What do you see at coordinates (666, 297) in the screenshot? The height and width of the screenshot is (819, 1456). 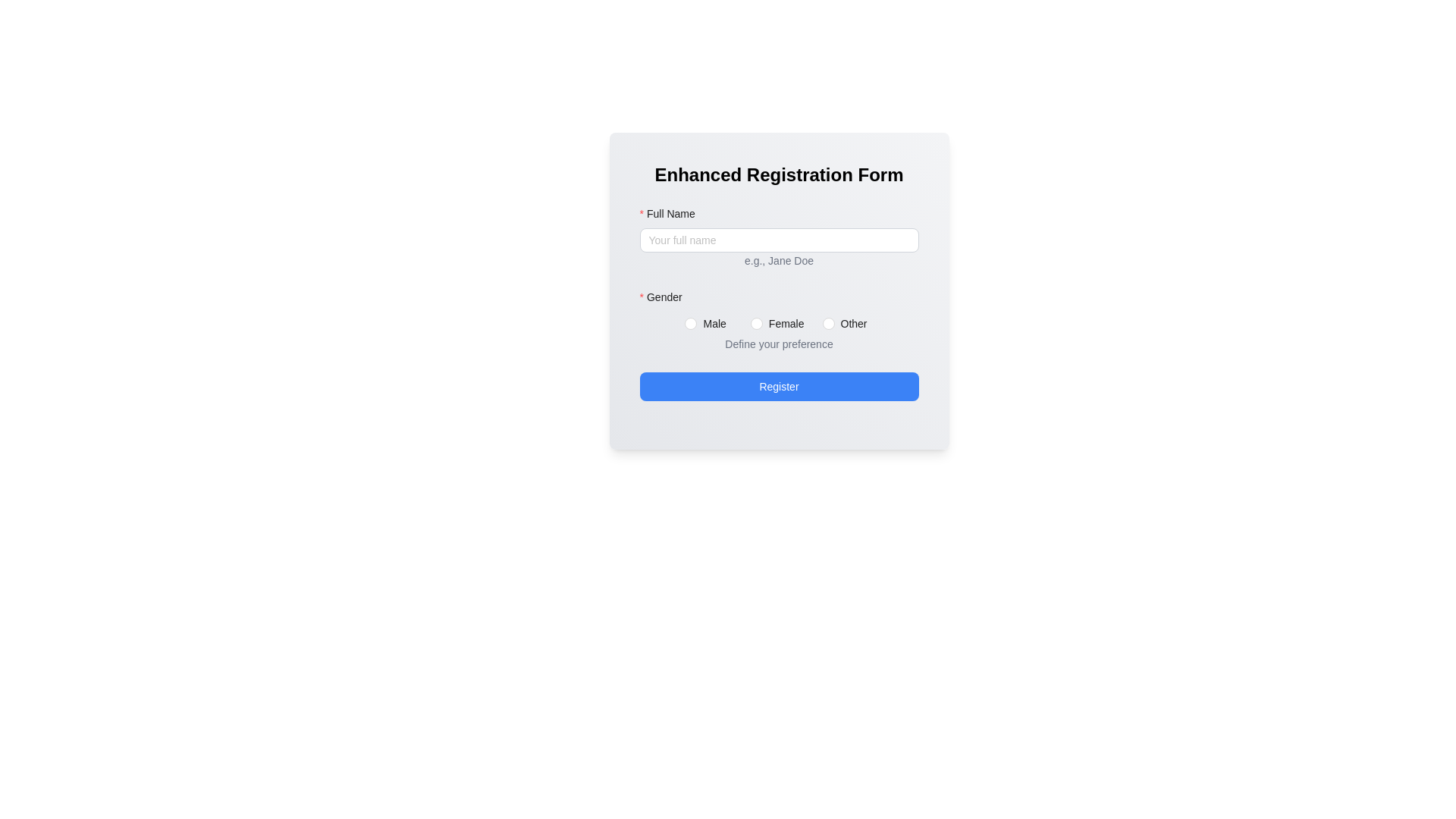 I see `the gender label element that provides context for the gender selection input, located below the 'Full Name' label` at bounding box center [666, 297].